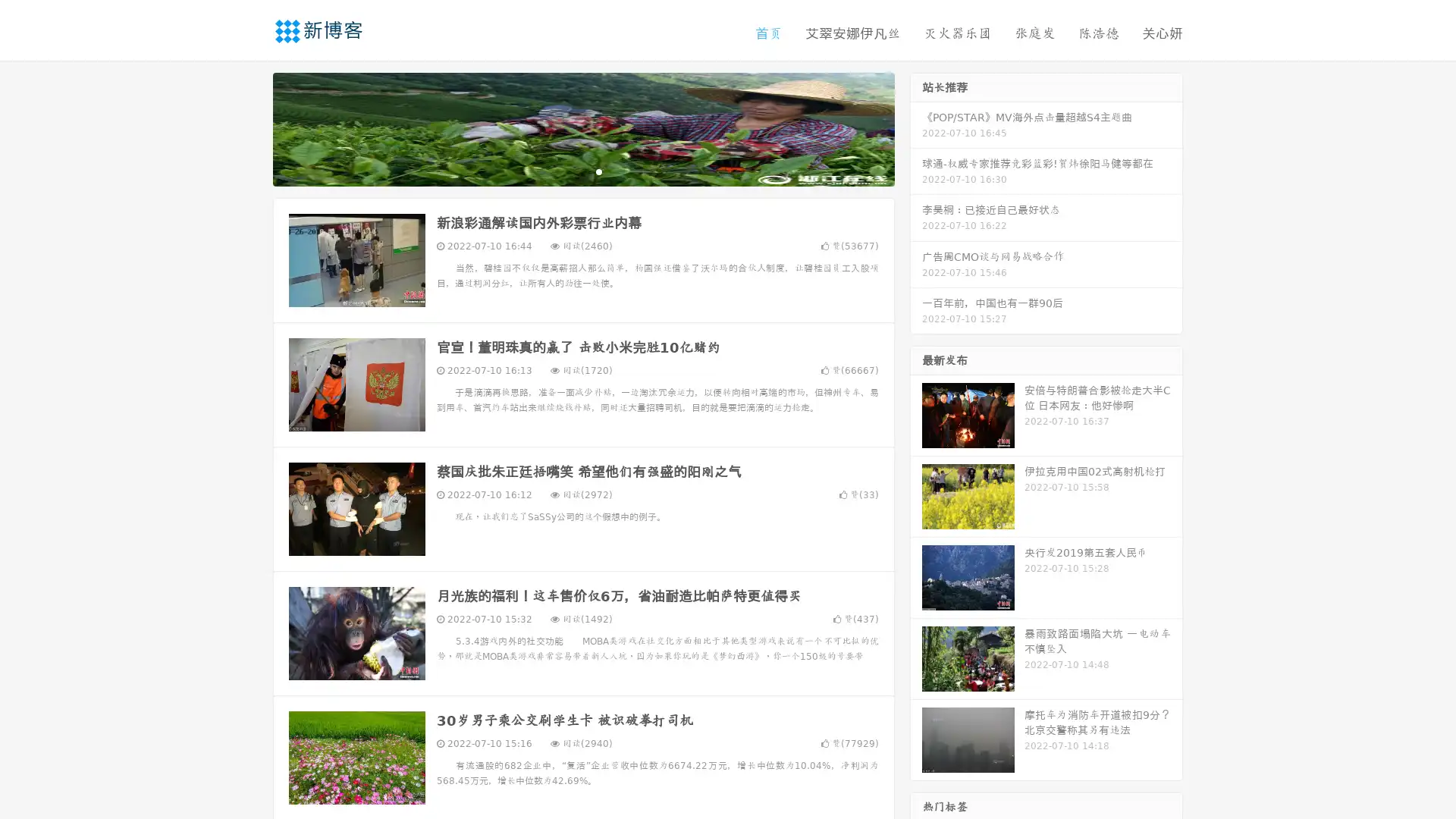  Describe the element at coordinates (916, 127) in the screenshot. I see `Next slide` at that location.